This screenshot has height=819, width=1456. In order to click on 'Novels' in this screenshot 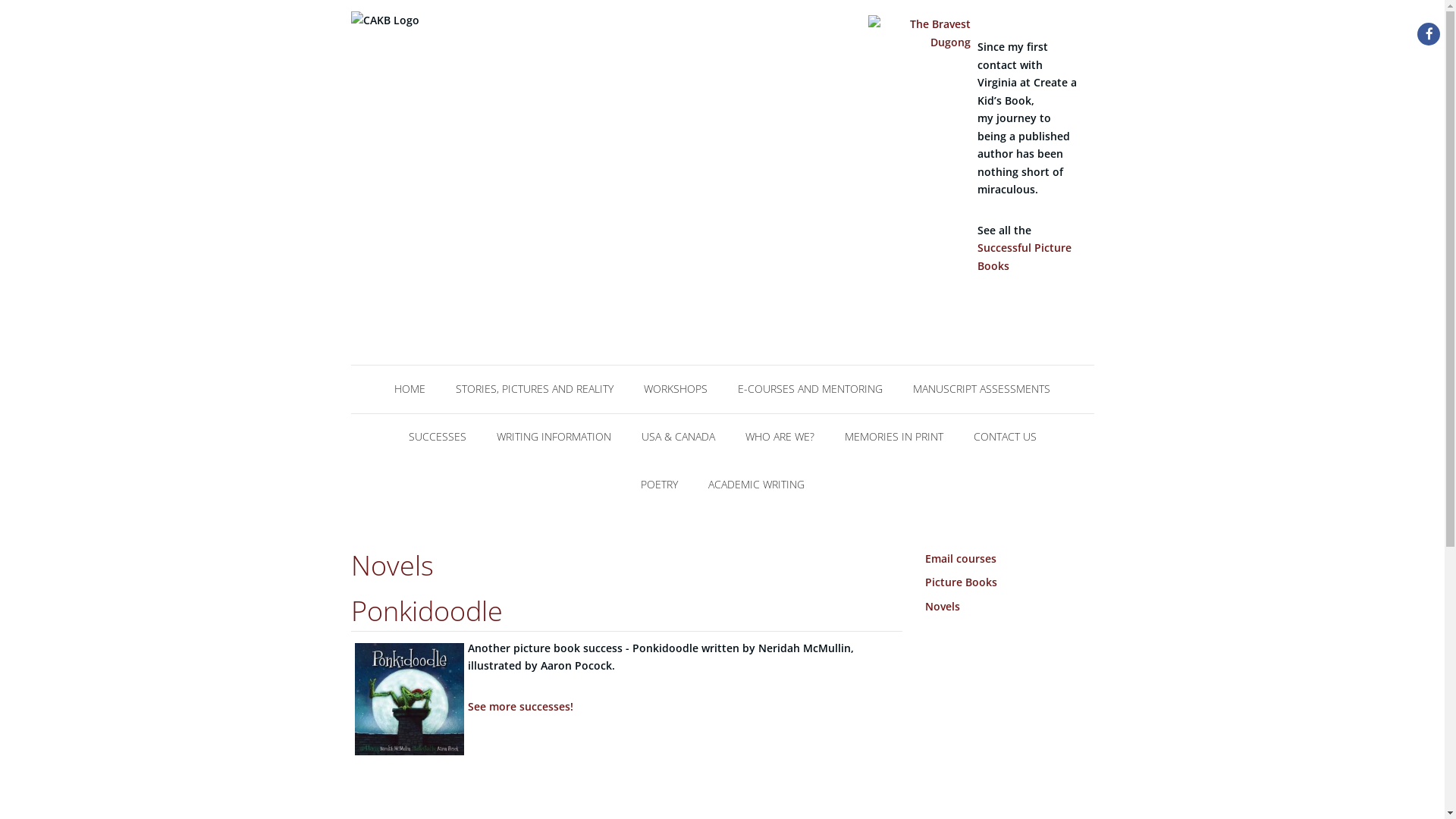, I will do `click(942, 605)`.